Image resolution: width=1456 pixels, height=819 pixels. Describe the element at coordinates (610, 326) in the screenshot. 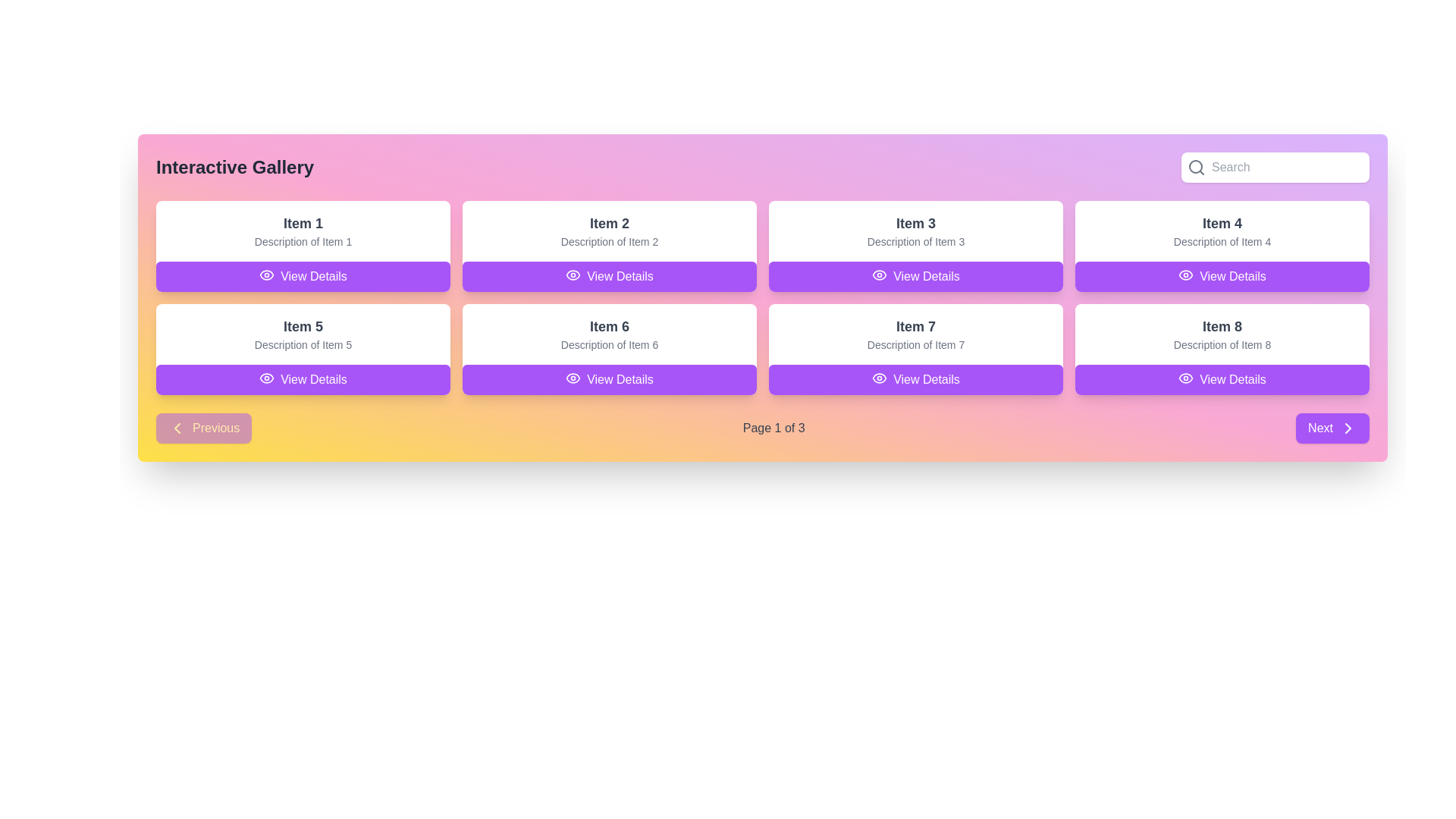

I see `the text label that serves as the title for 'Item 6', which is centrally located in the second row and third column of the grid arrangement` at that location.